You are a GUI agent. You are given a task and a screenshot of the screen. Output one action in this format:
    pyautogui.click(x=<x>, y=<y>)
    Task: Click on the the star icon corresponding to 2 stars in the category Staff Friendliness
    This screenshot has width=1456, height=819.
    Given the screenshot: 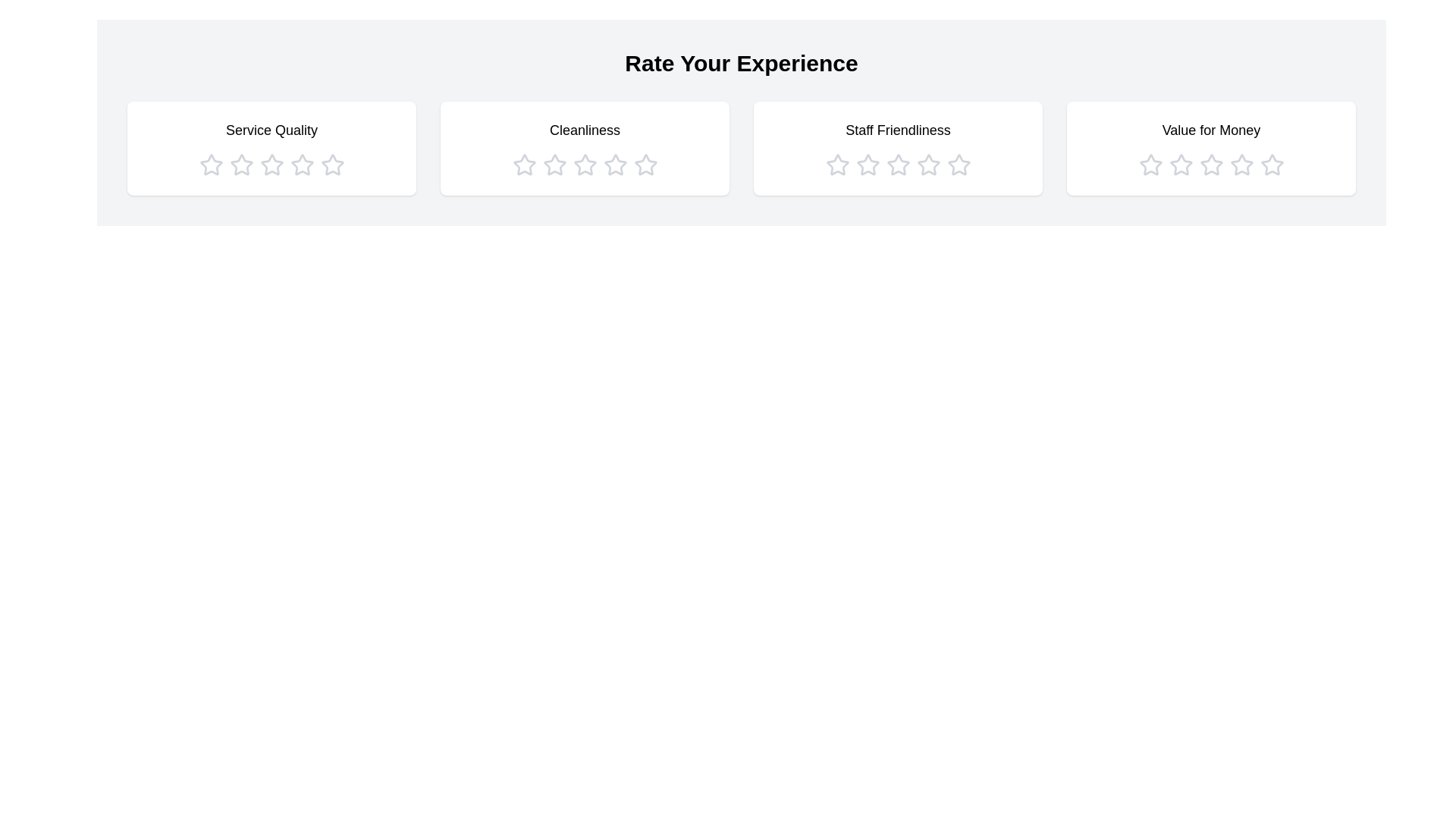 What is the action you would take?
    pyautogui.click(x=868, y=165)
    